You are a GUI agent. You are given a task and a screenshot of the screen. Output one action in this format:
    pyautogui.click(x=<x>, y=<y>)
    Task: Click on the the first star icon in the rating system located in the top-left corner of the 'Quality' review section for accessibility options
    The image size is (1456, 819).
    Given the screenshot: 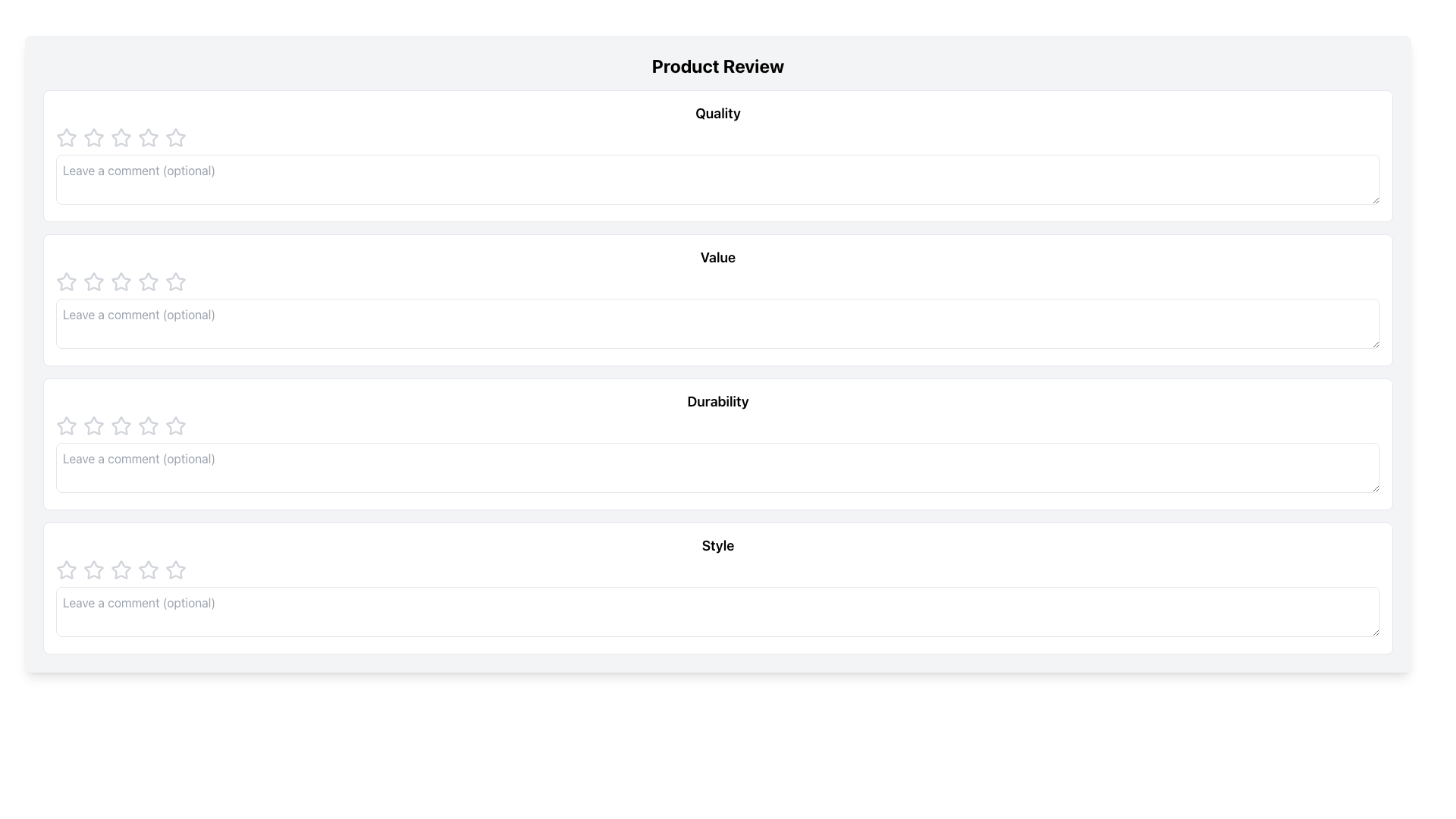 What is the action you would take?
    pyautogui.click(x=65, y=137)
    